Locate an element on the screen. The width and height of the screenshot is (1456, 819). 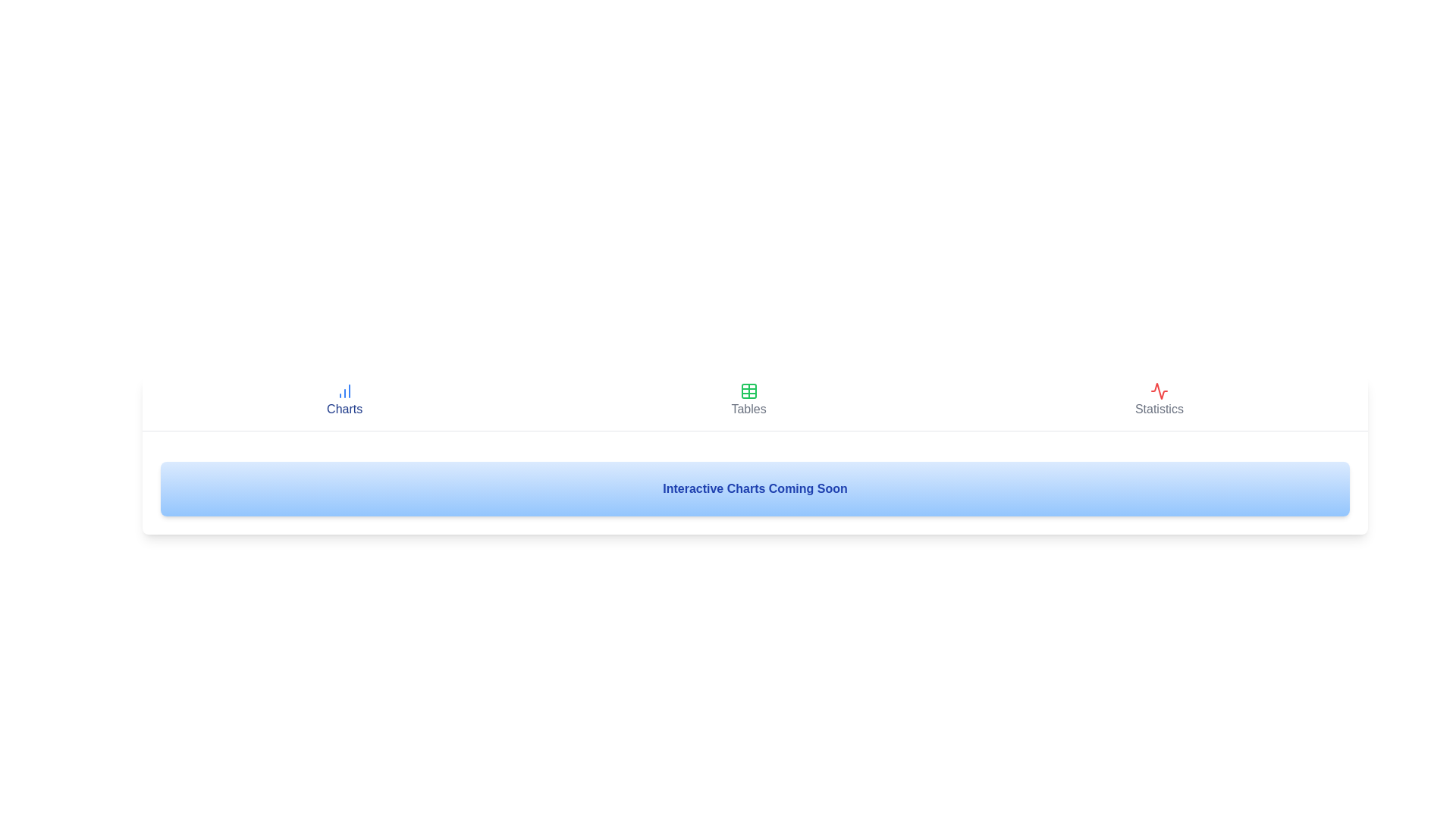
the Statistics tab by clicking on its label is located at coordinates (1158, 400).